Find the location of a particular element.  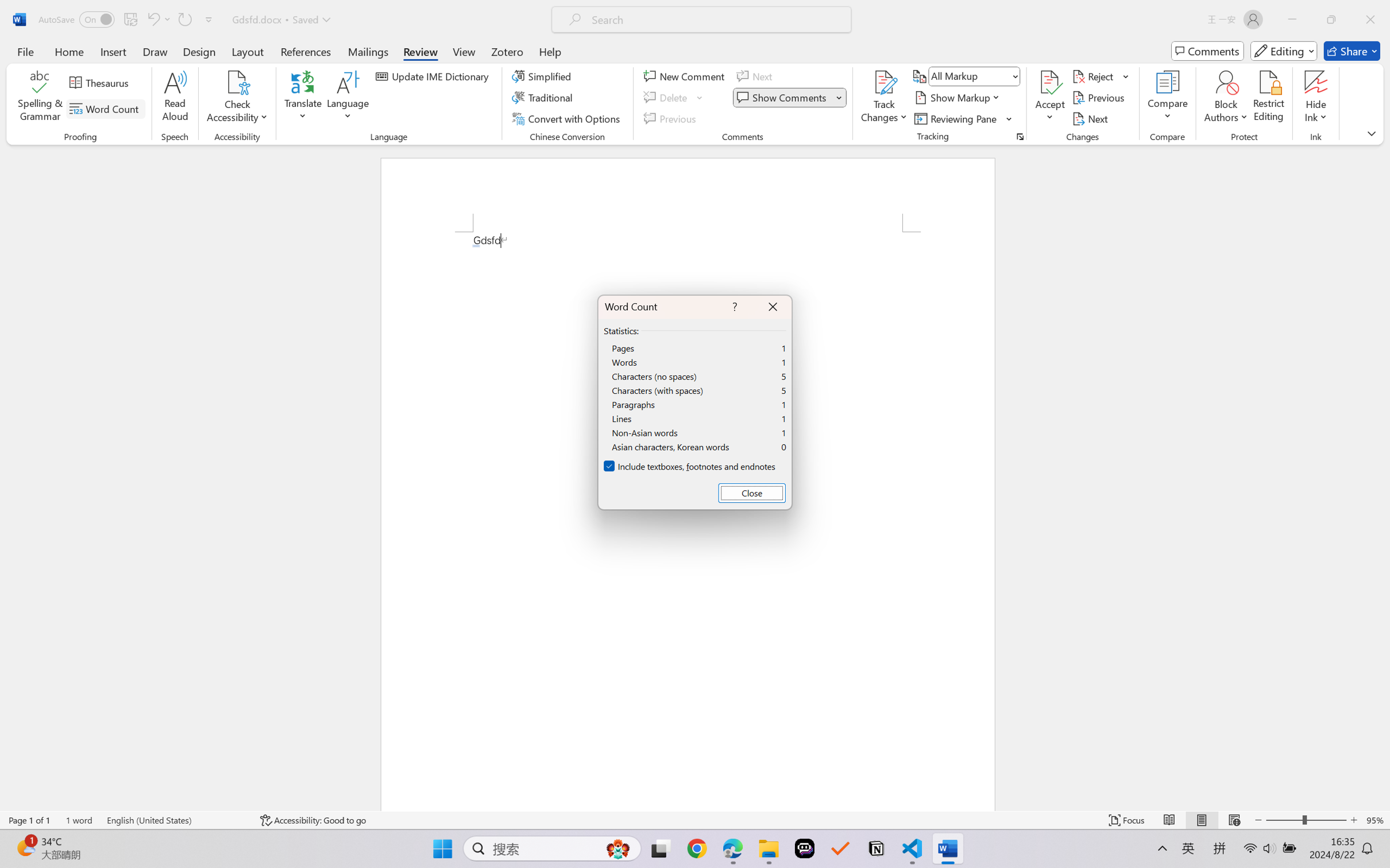

'Show Comments' is located at coordinates (789, 98).